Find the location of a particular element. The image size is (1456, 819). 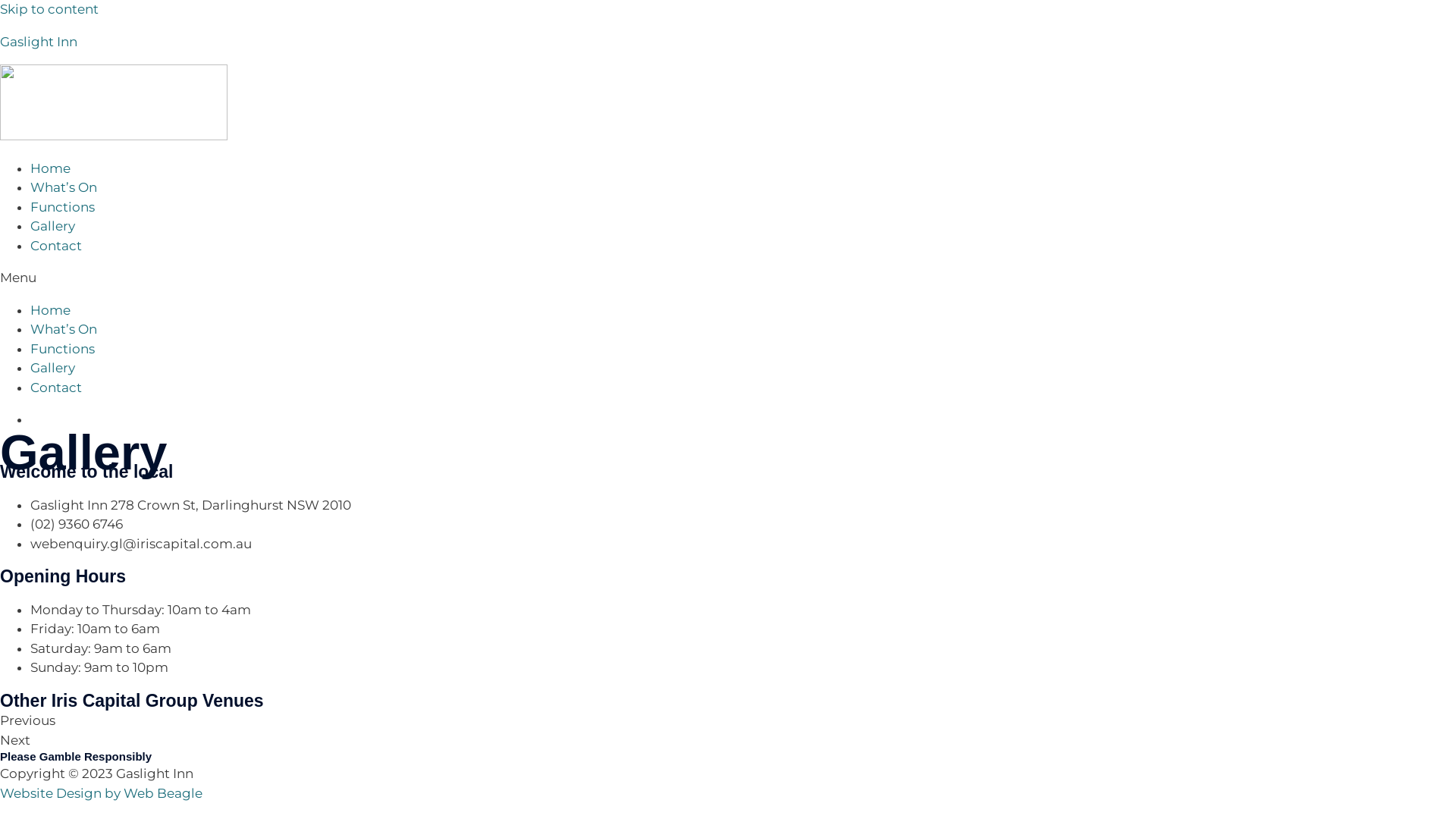

'Gallery' is located at coordinates (52, 225).